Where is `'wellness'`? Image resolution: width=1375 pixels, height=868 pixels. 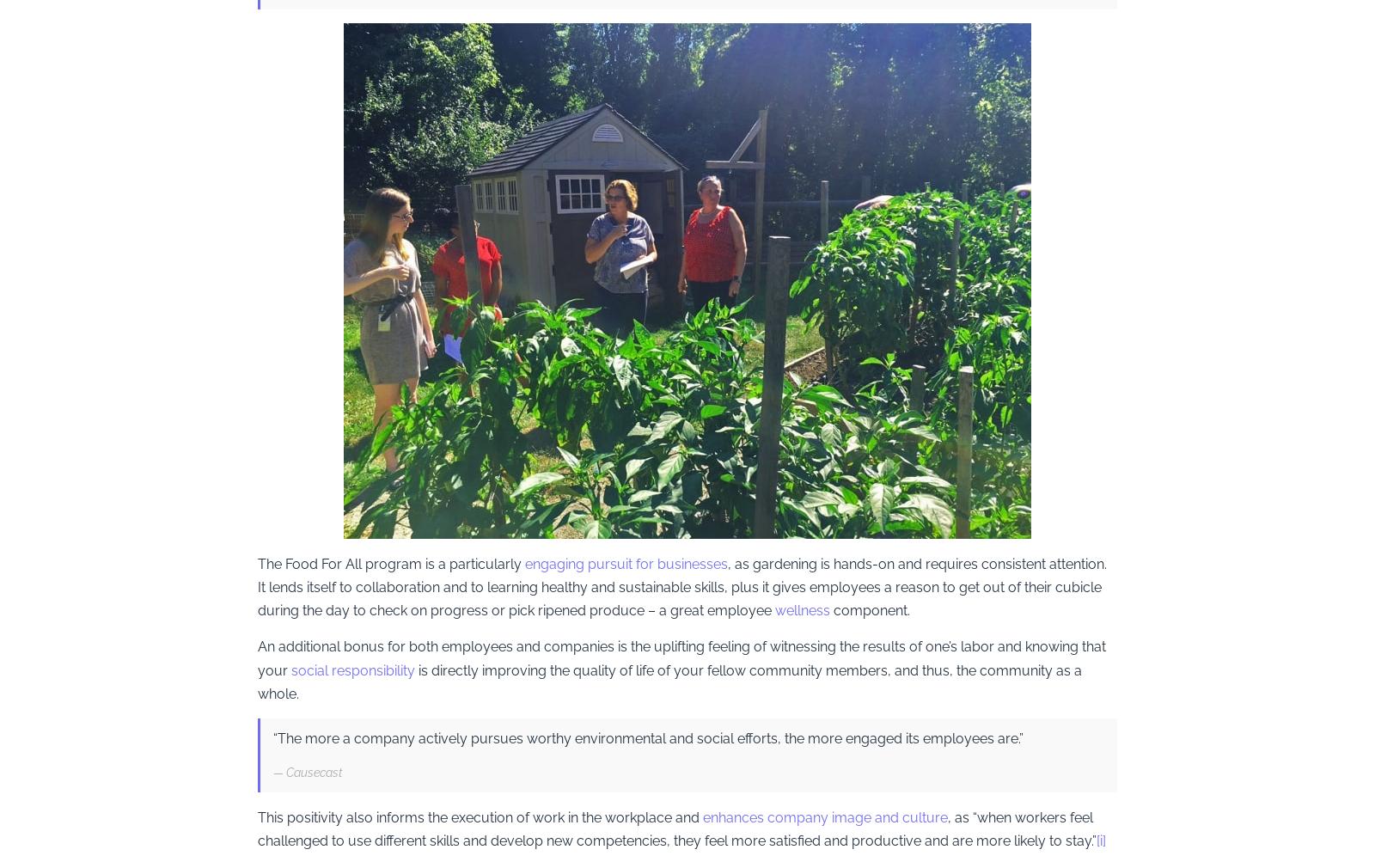
'wellness' is located at coordinates (801, 609).